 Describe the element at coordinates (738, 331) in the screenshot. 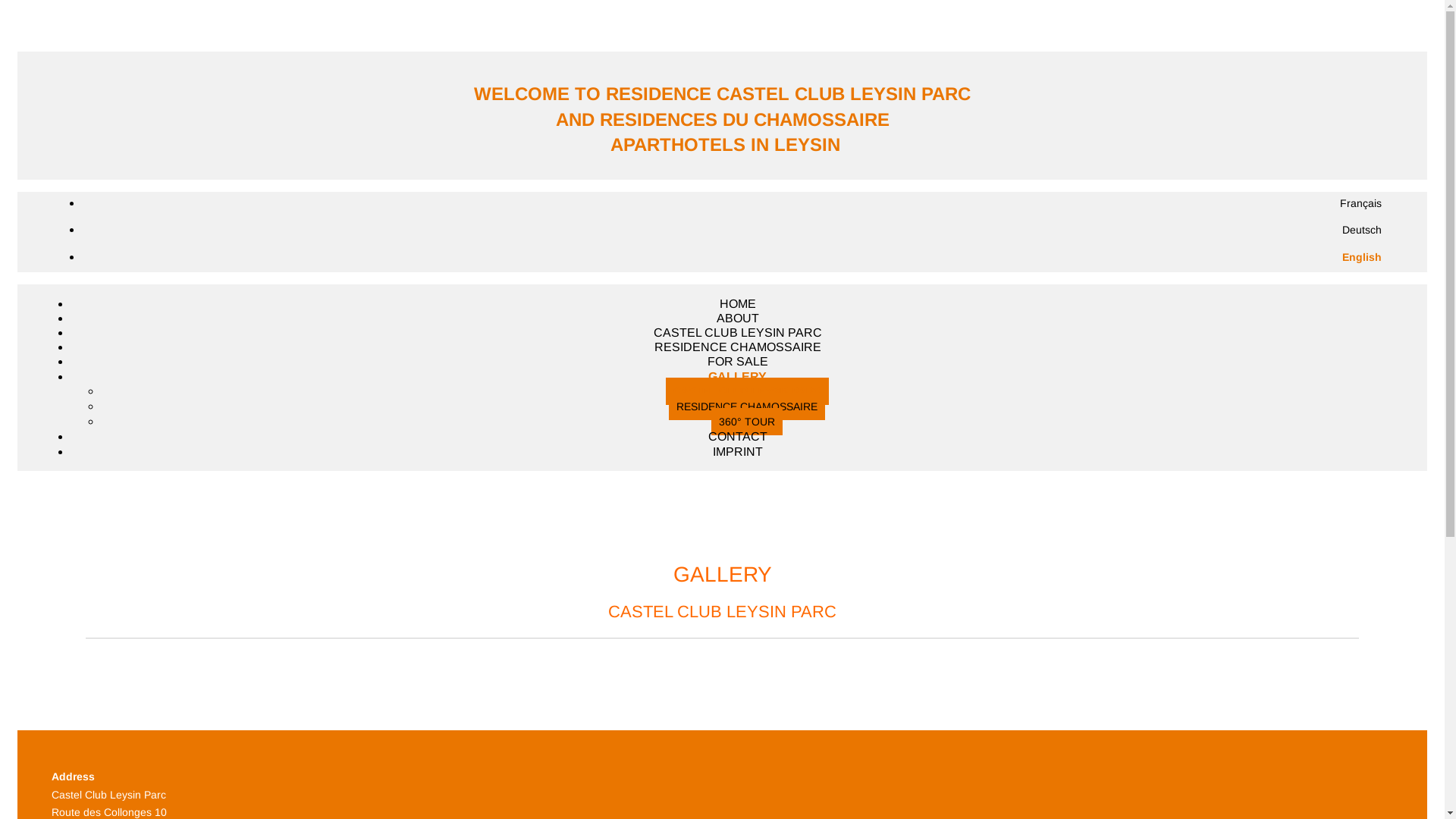

I see `'CASTEL CLUB LEYSIN PARC'` at that location.